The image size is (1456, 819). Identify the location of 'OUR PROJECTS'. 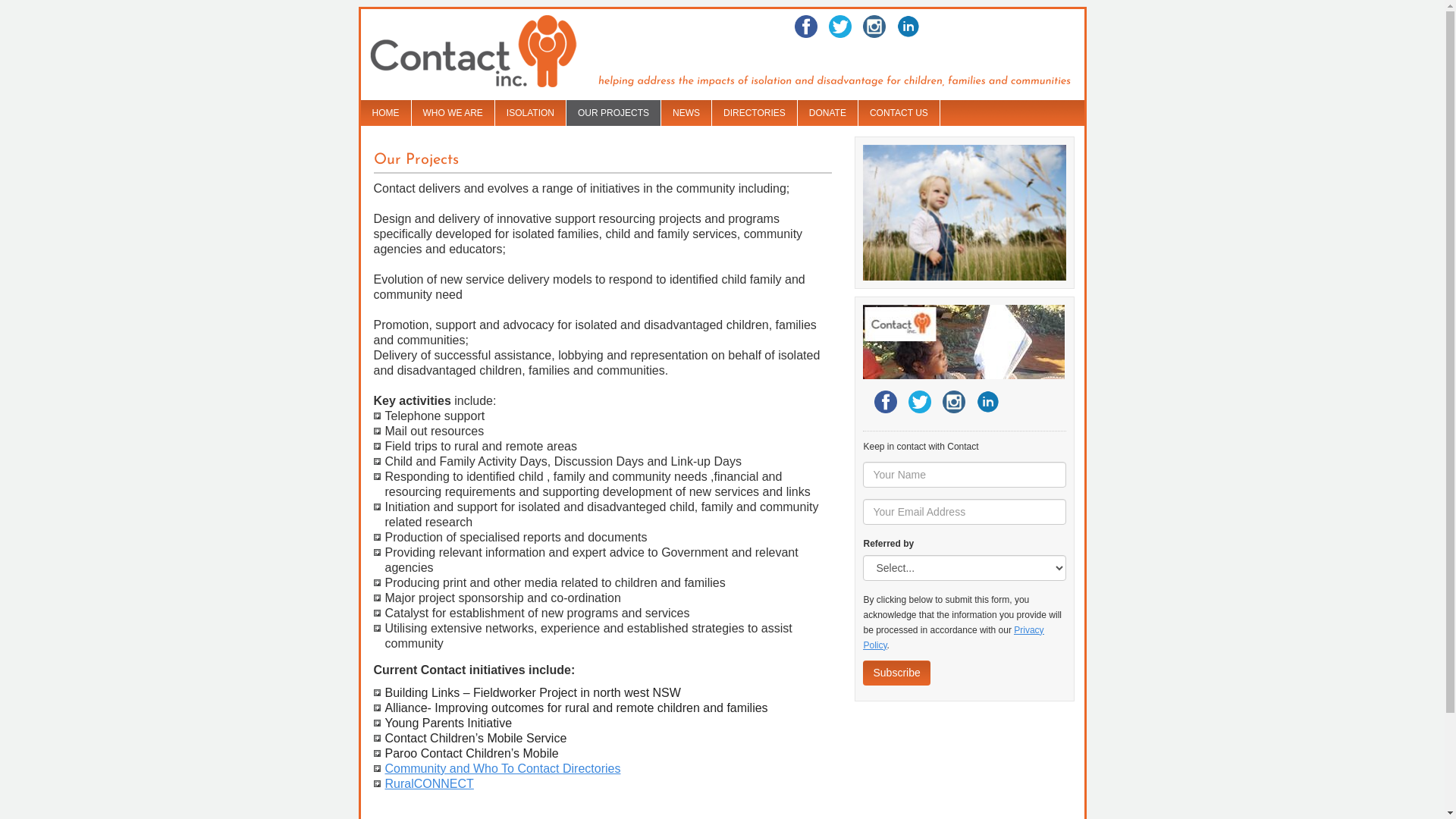
(613, 112).